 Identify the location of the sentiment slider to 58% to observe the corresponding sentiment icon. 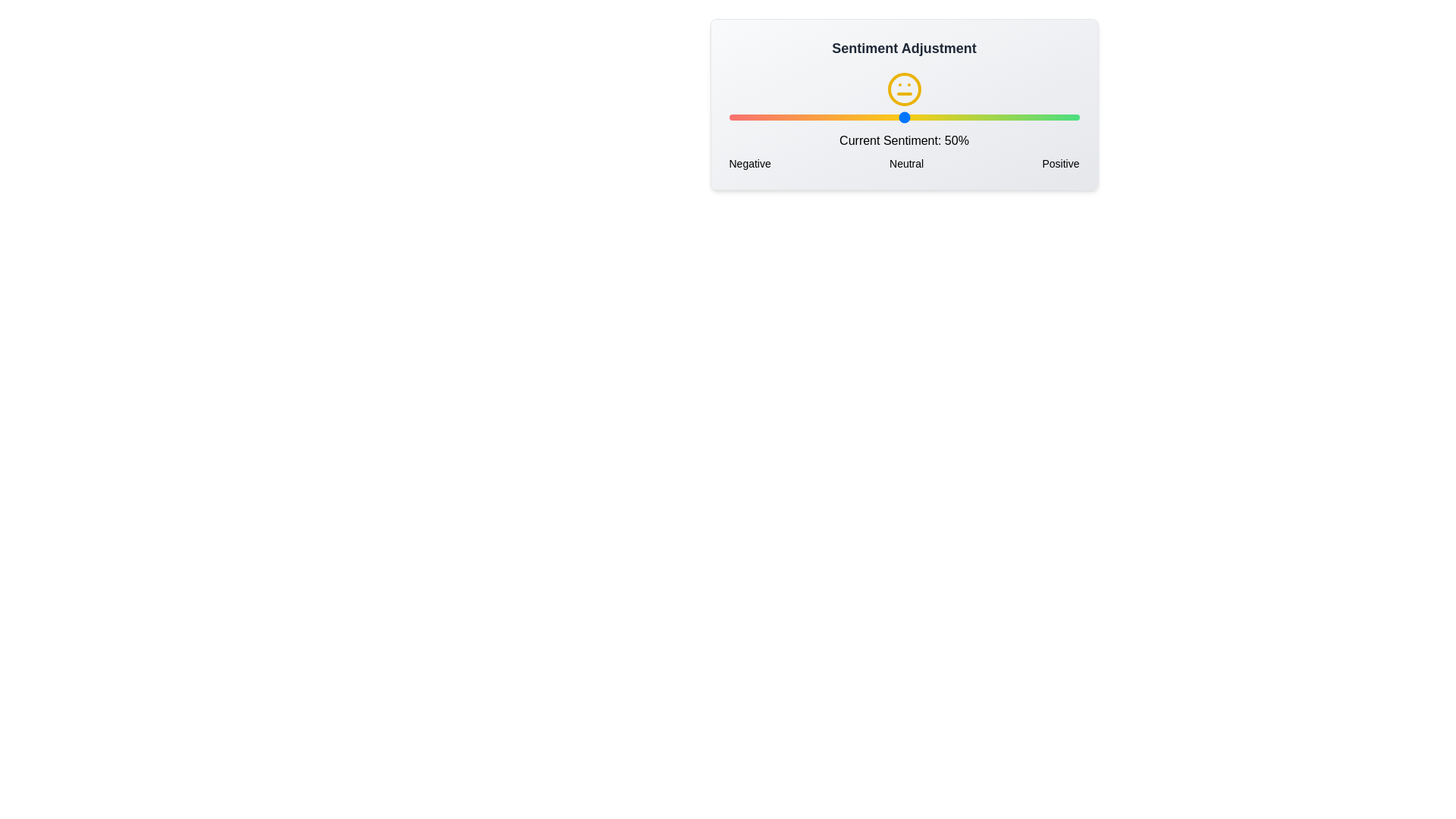
(931, 116).